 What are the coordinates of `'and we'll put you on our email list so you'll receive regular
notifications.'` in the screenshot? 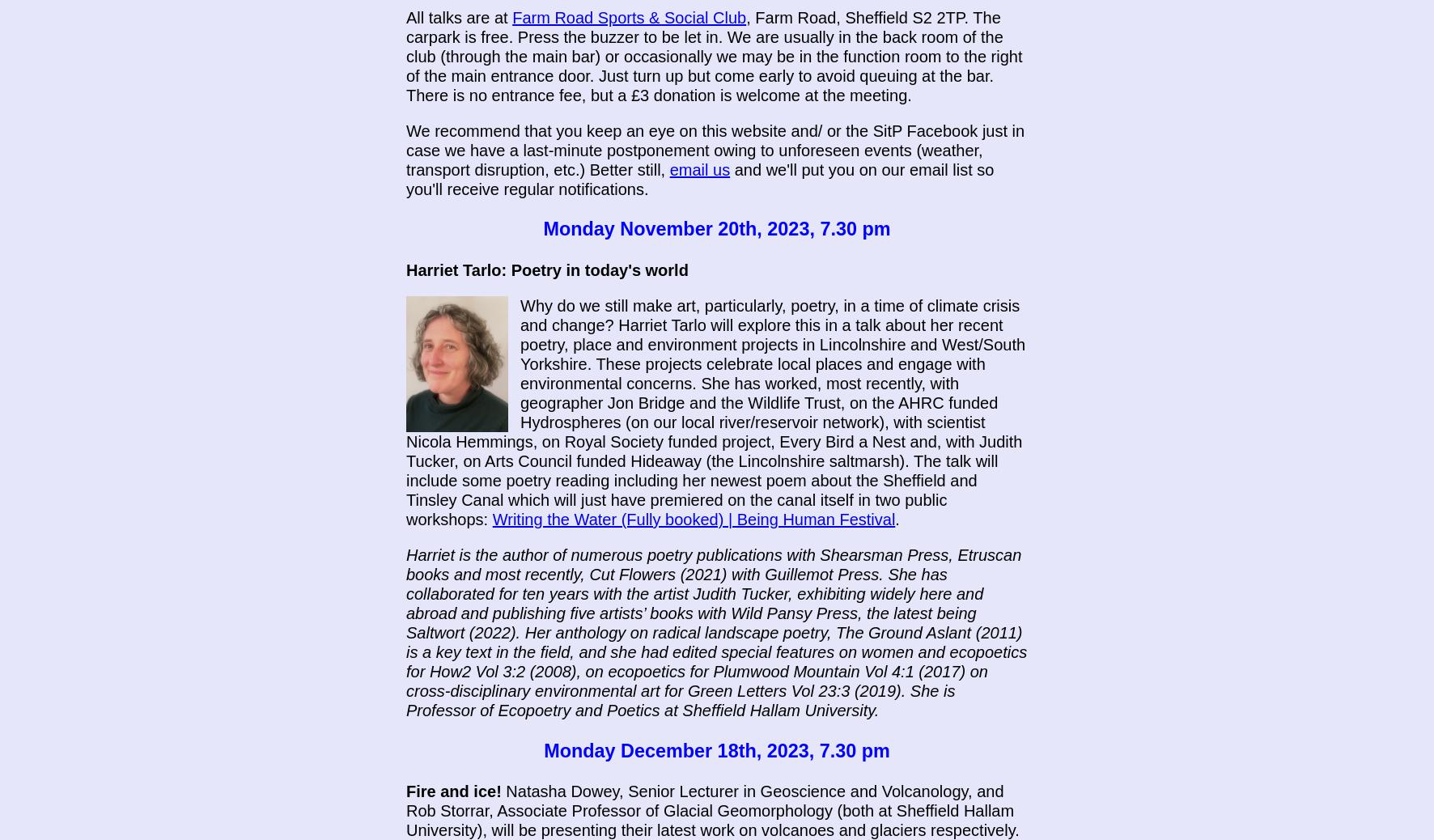 It's located at (699, 179).